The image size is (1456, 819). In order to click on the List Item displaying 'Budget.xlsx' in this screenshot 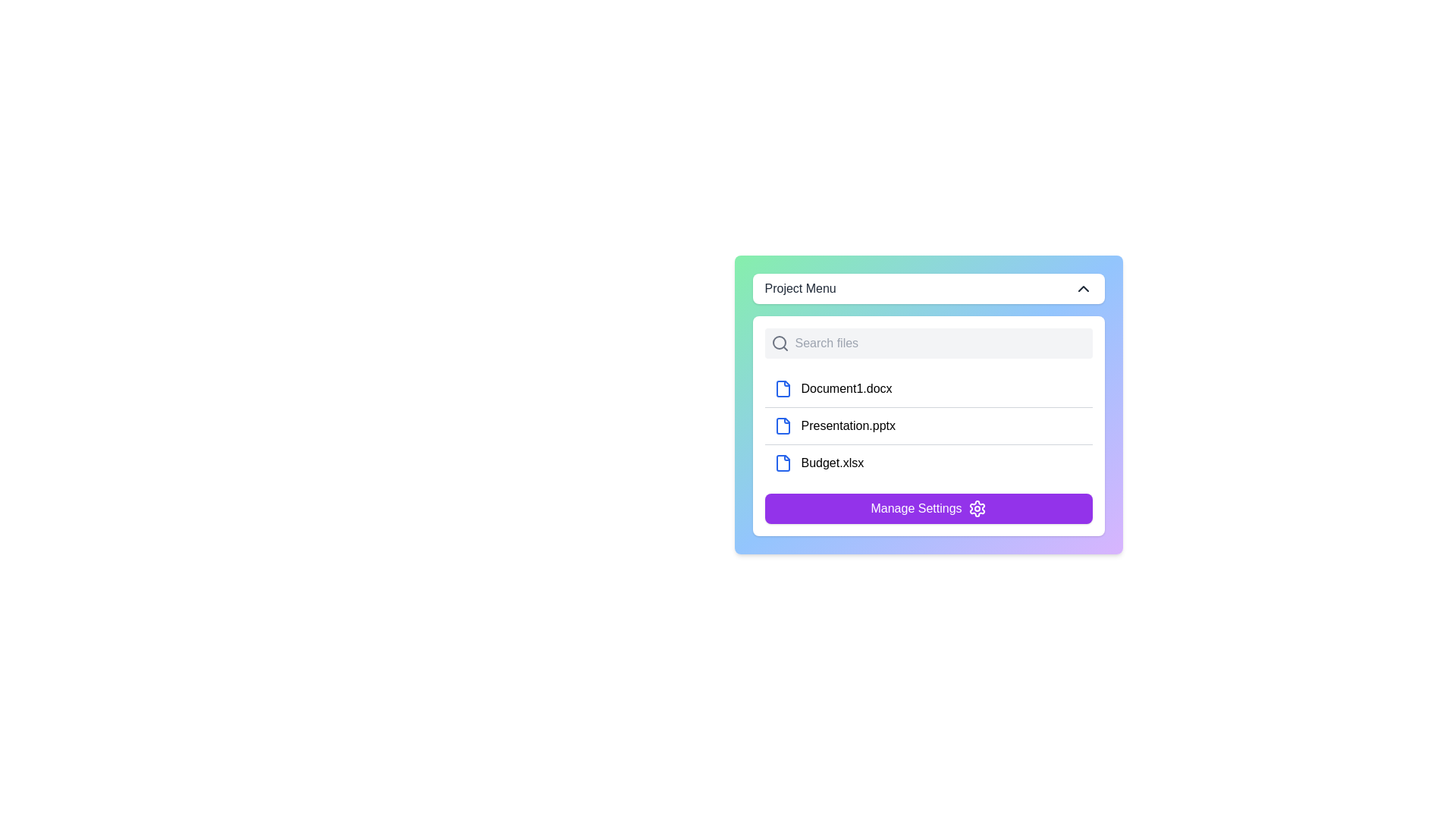, I will do `click(927, 462)`.